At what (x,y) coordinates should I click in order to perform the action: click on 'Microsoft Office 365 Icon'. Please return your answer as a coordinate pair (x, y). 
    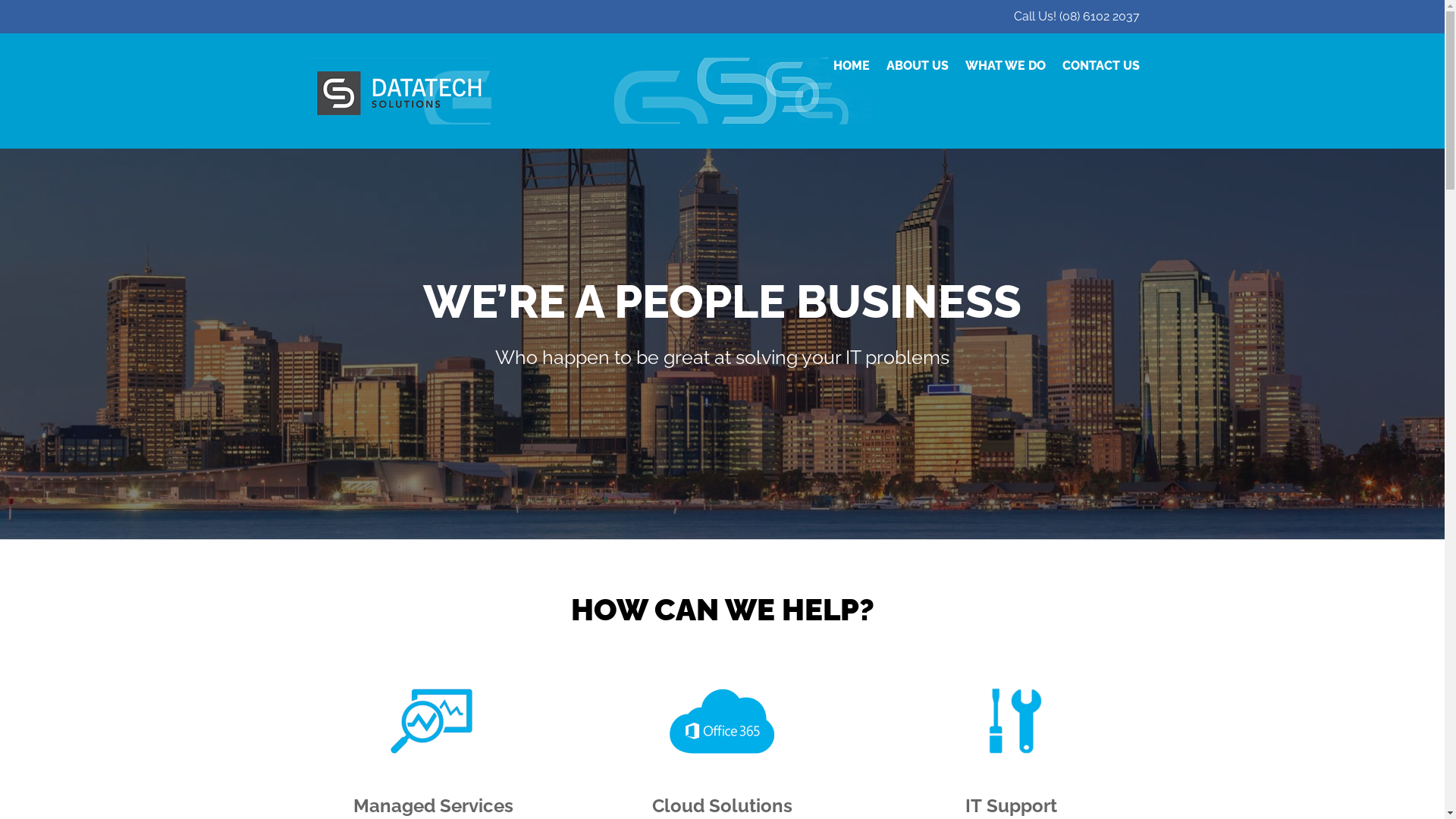
    Looking at the image, I should click on (720, 720).